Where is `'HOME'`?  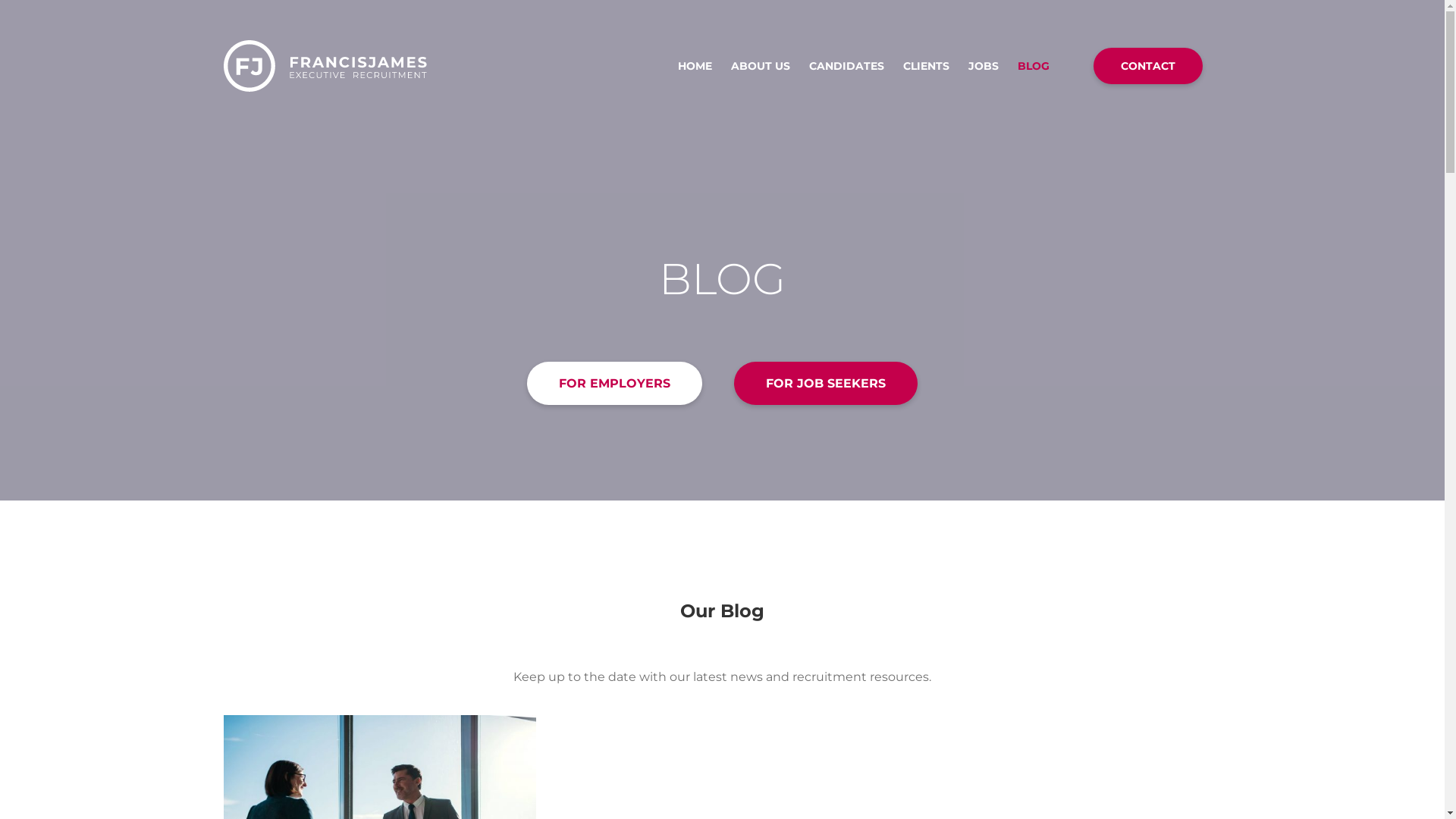
'HOME' is located at coordinates (676, 65).